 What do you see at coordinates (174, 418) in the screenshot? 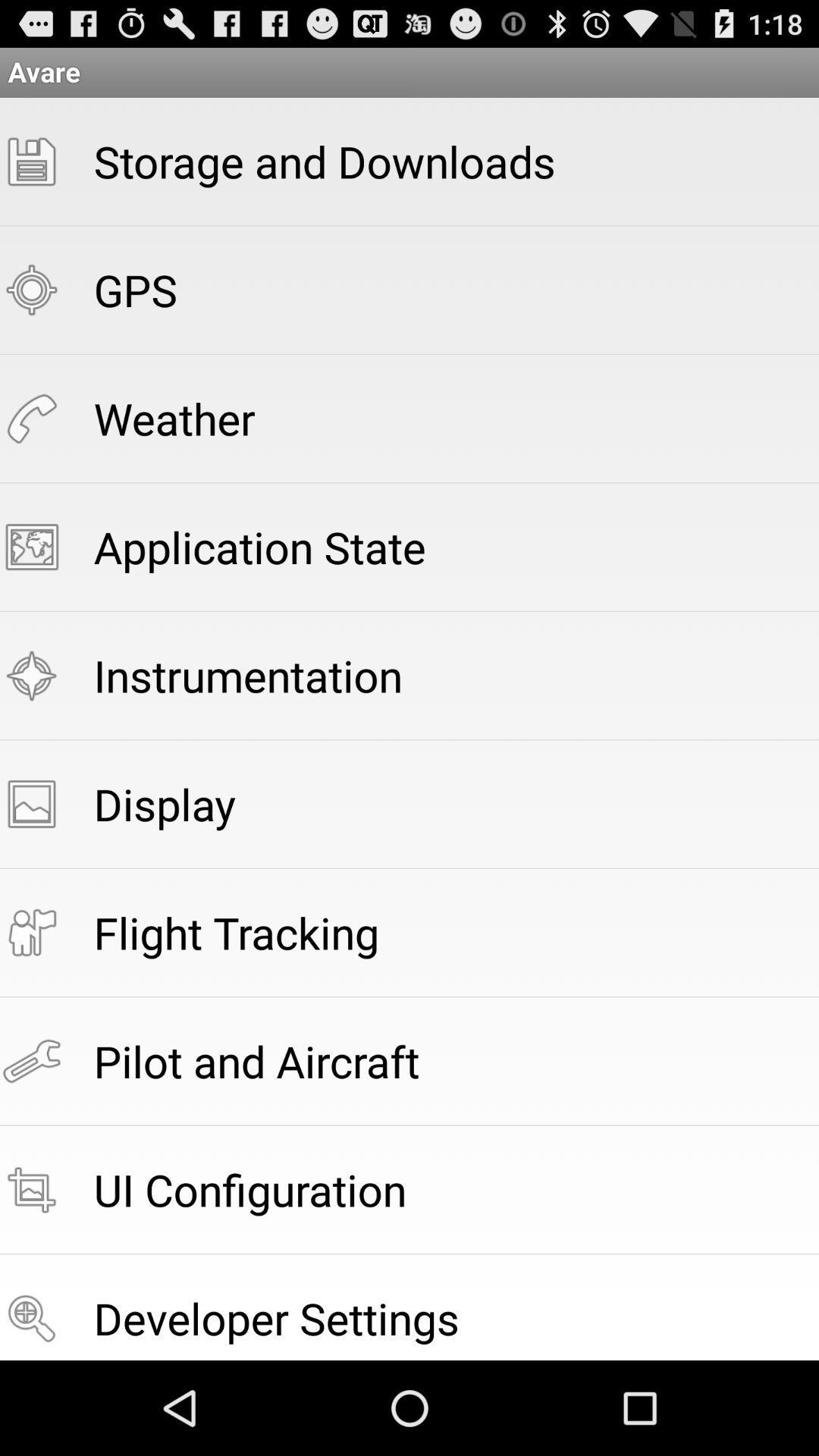
I see `the icon below the gps item` at bounding box center [174, 418].